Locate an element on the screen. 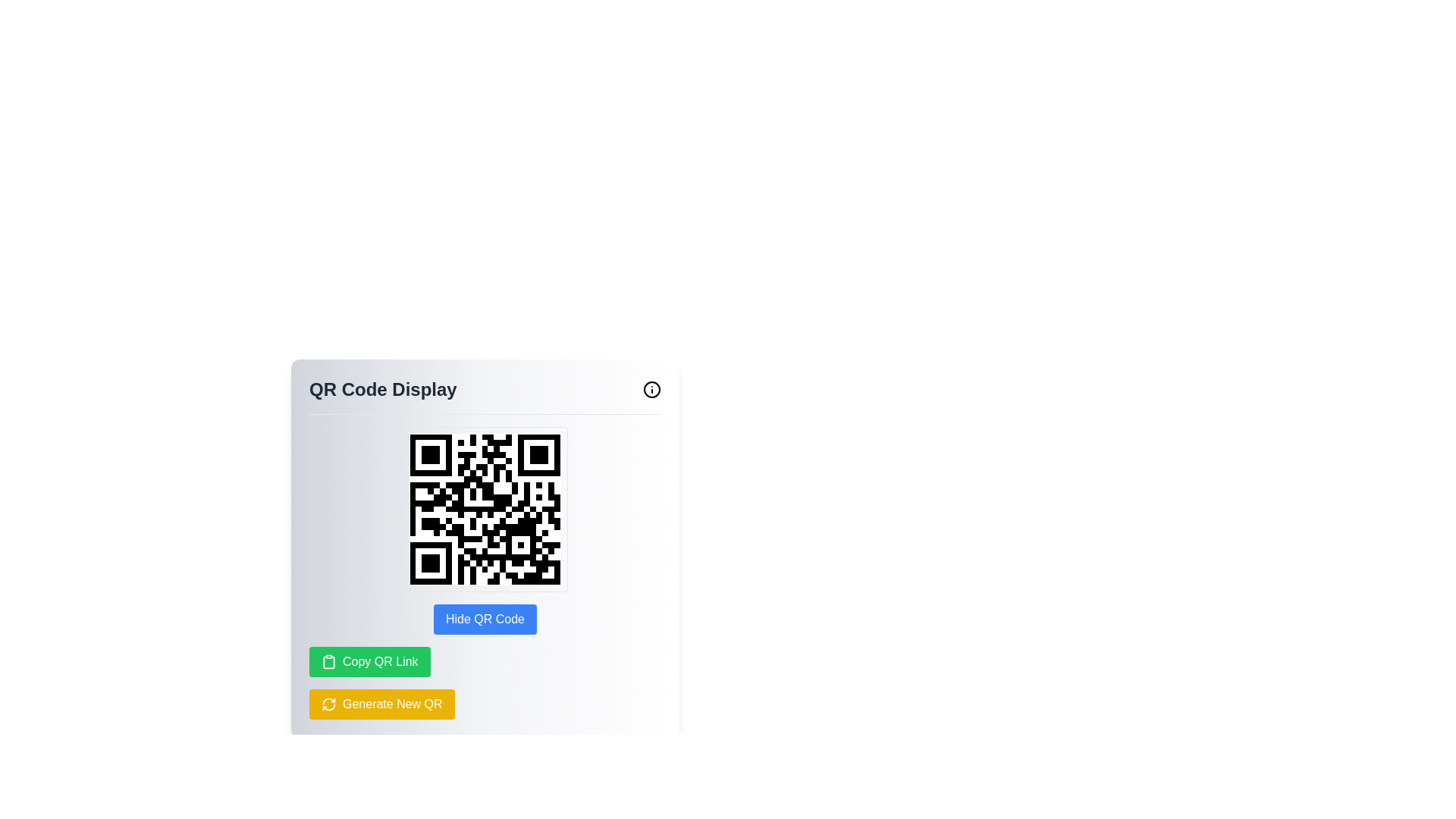 Image resolution: width=1456 pixels, height=819 pixels. the clipboard icon, which is part of the 'Copy QR Link' button, located centrally within the button's rectangle and to the left of the text is located at coordinates (328, 661).